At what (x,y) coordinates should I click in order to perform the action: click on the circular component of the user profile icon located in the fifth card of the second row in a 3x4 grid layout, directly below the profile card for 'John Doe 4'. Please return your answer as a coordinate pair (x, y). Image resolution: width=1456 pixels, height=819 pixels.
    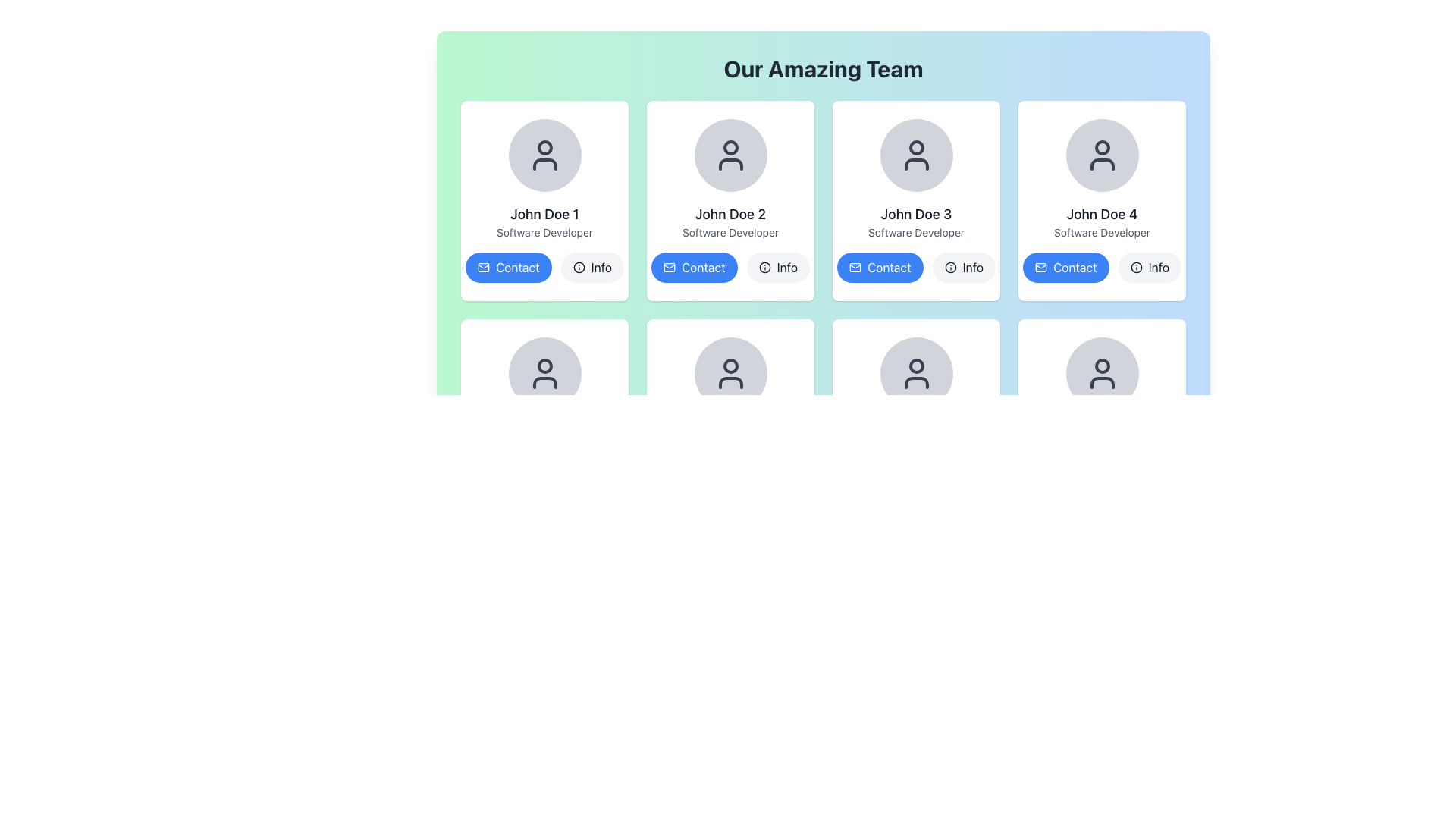
    Looking at the image, I should click on (1102, 366).